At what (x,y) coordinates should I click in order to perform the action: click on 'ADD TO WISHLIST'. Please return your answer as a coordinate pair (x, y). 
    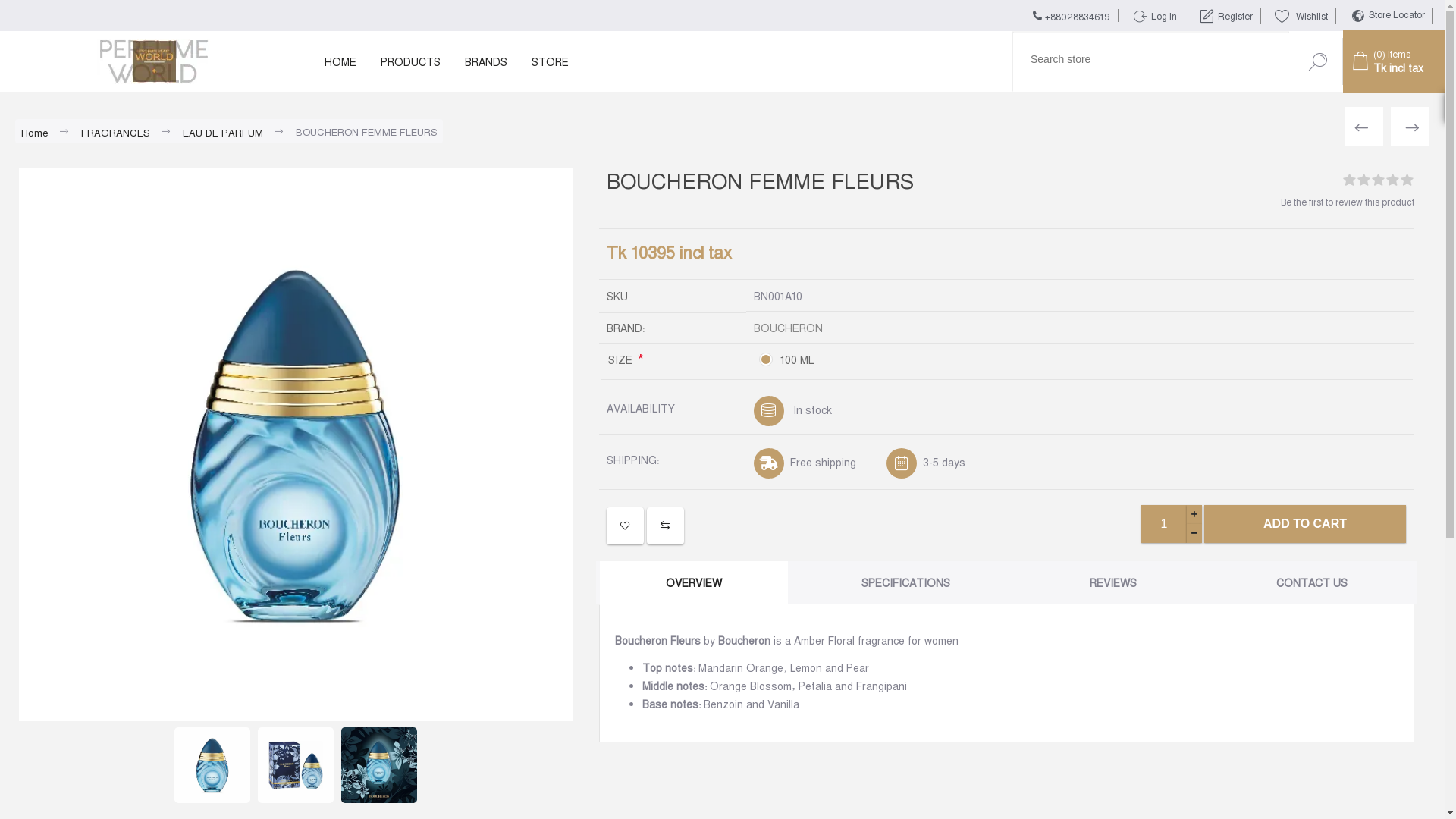
    Looking at the image, I should click on (625, 525).